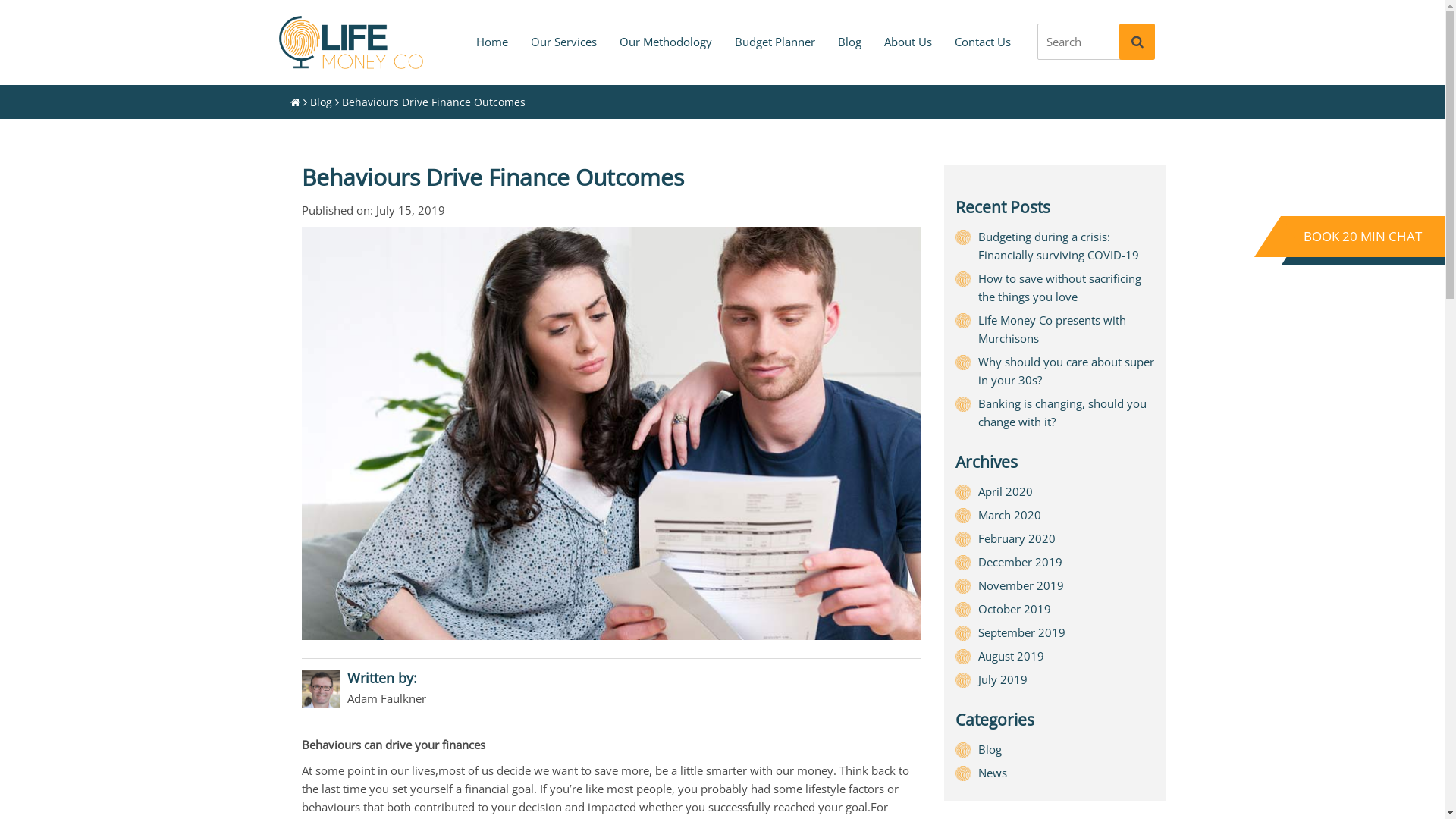  Describe the element at coordinates (319, 102) in the screenshot. I see `'Blog'` at that location.